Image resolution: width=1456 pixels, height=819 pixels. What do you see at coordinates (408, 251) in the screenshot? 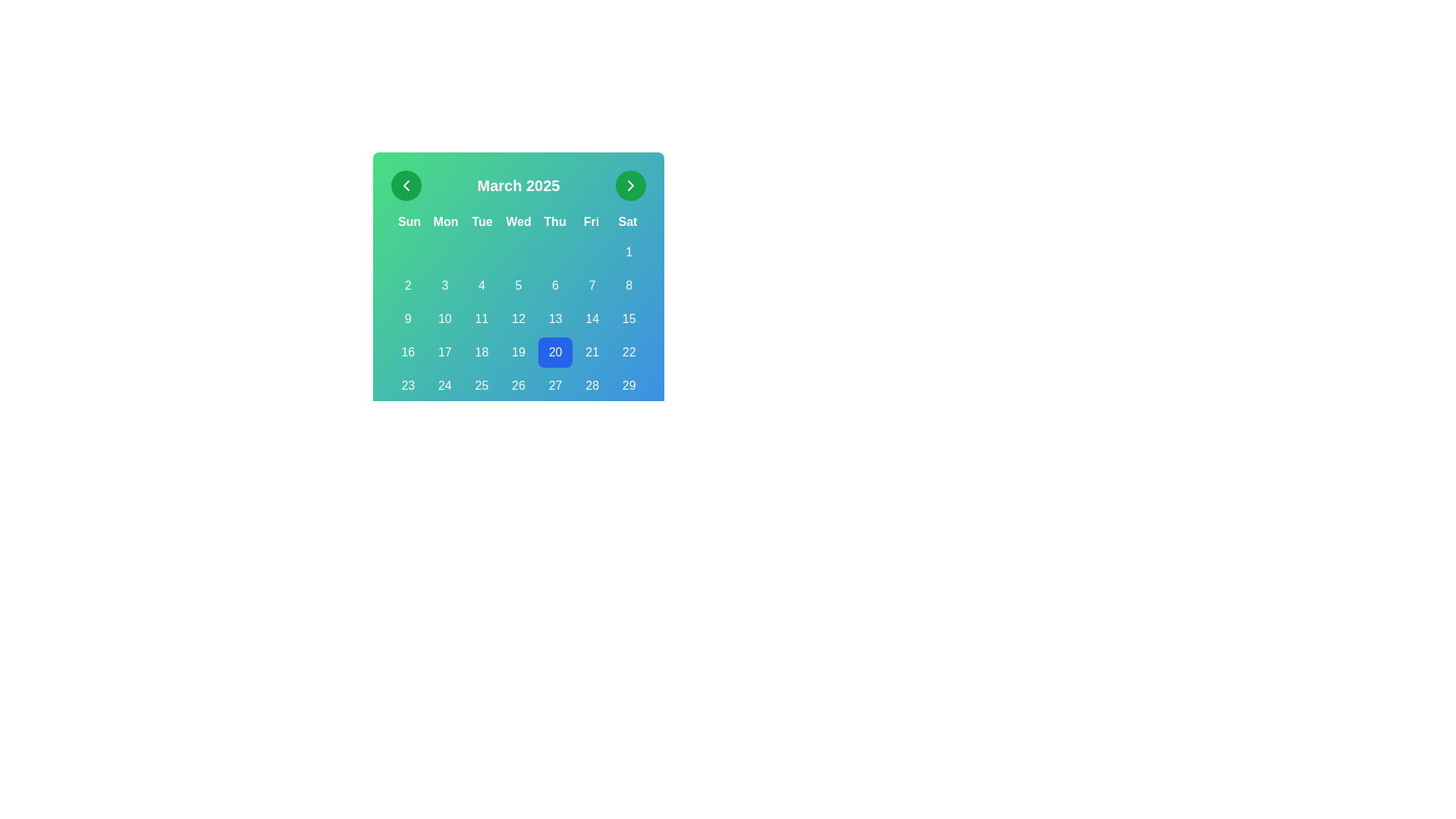
I see `the state of the small, non-interactive dot located in the header section of the calendar grid under the 'Sun' column` at bounding box center [408, 251].